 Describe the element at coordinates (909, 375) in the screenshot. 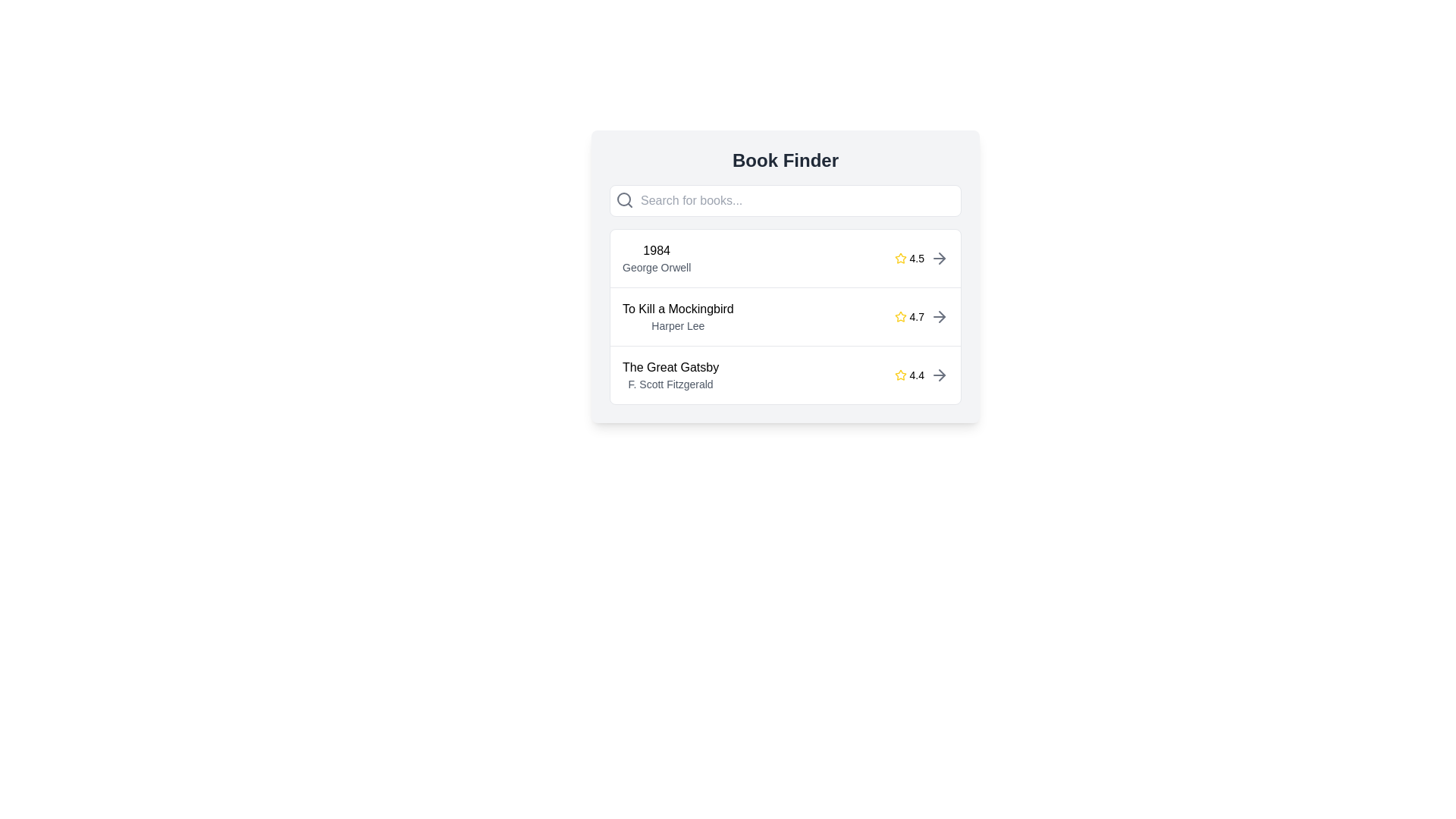

I see `numeric rating indicator displaying '4.4' next to the star icon for 'The Great Gatsby' book details` at that location.